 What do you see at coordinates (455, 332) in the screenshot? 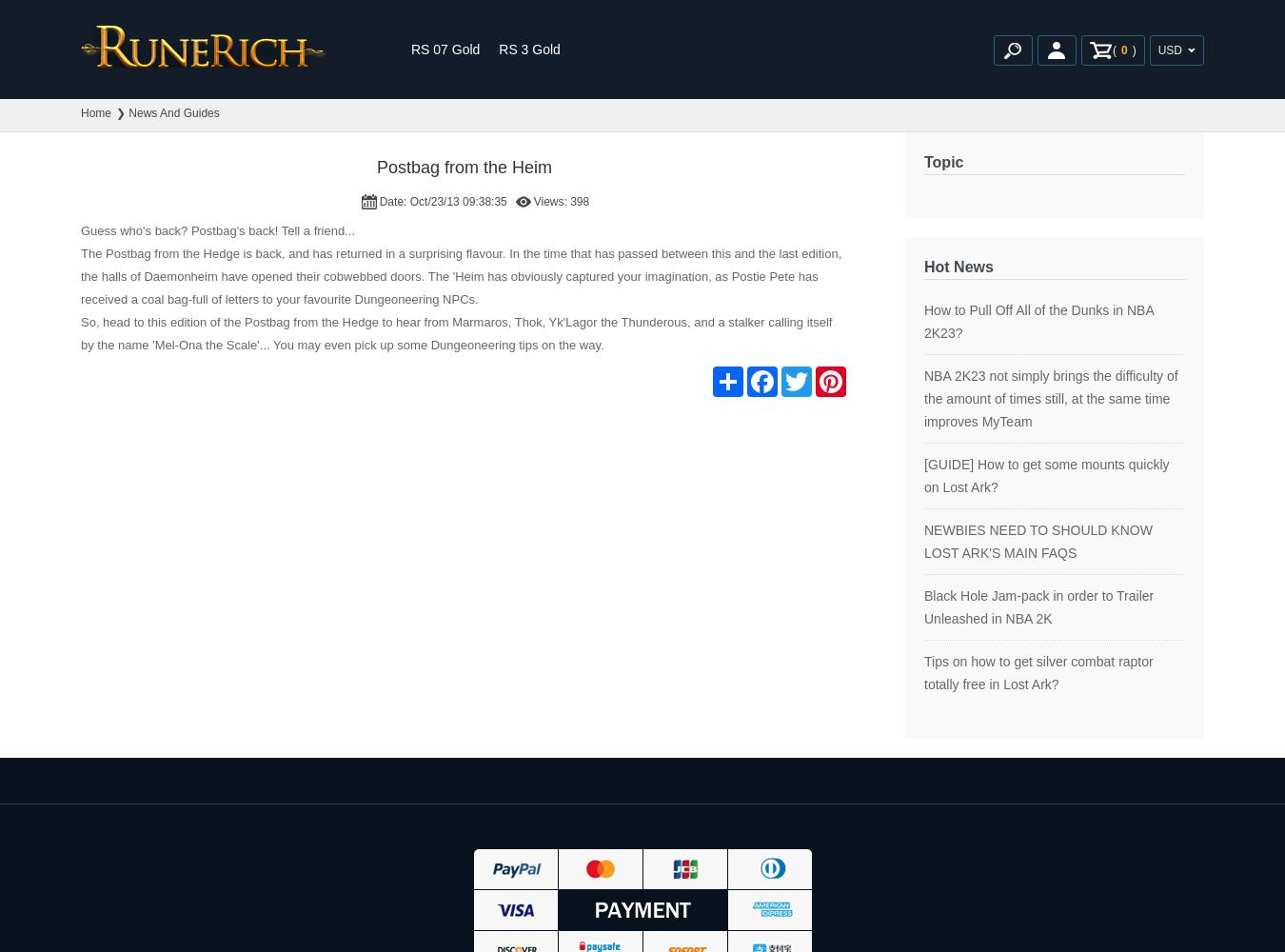
I see `'So, head to this edition of the Postbag from the Hedge to hear from Marmaros, Thok, Yk'Lagor the Thunderous, and a stalker calling itself by the name 'Mel-Ona the Scale'... You may even pick up some Dungeoneering tips on the way.'` at bounding box center [455, 332].